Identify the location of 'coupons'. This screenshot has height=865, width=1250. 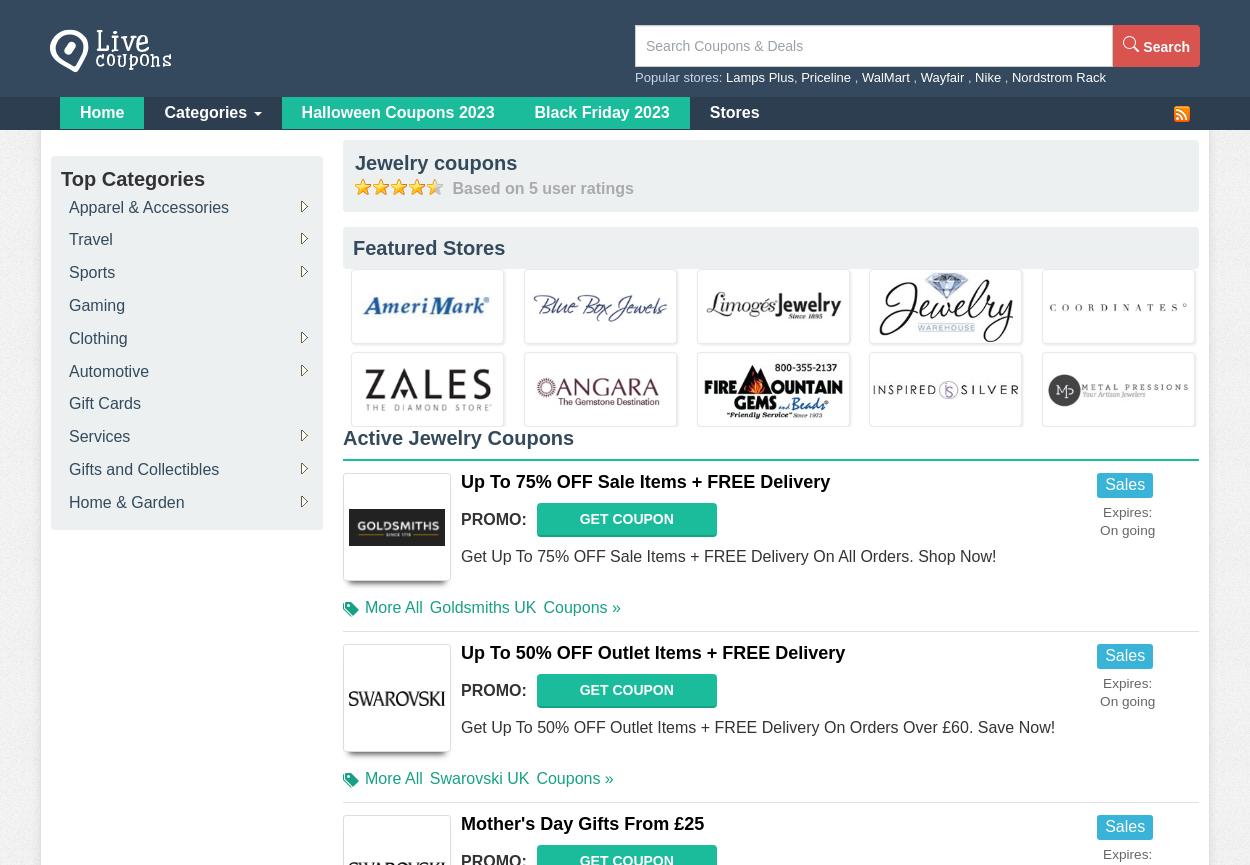
(471, 161).